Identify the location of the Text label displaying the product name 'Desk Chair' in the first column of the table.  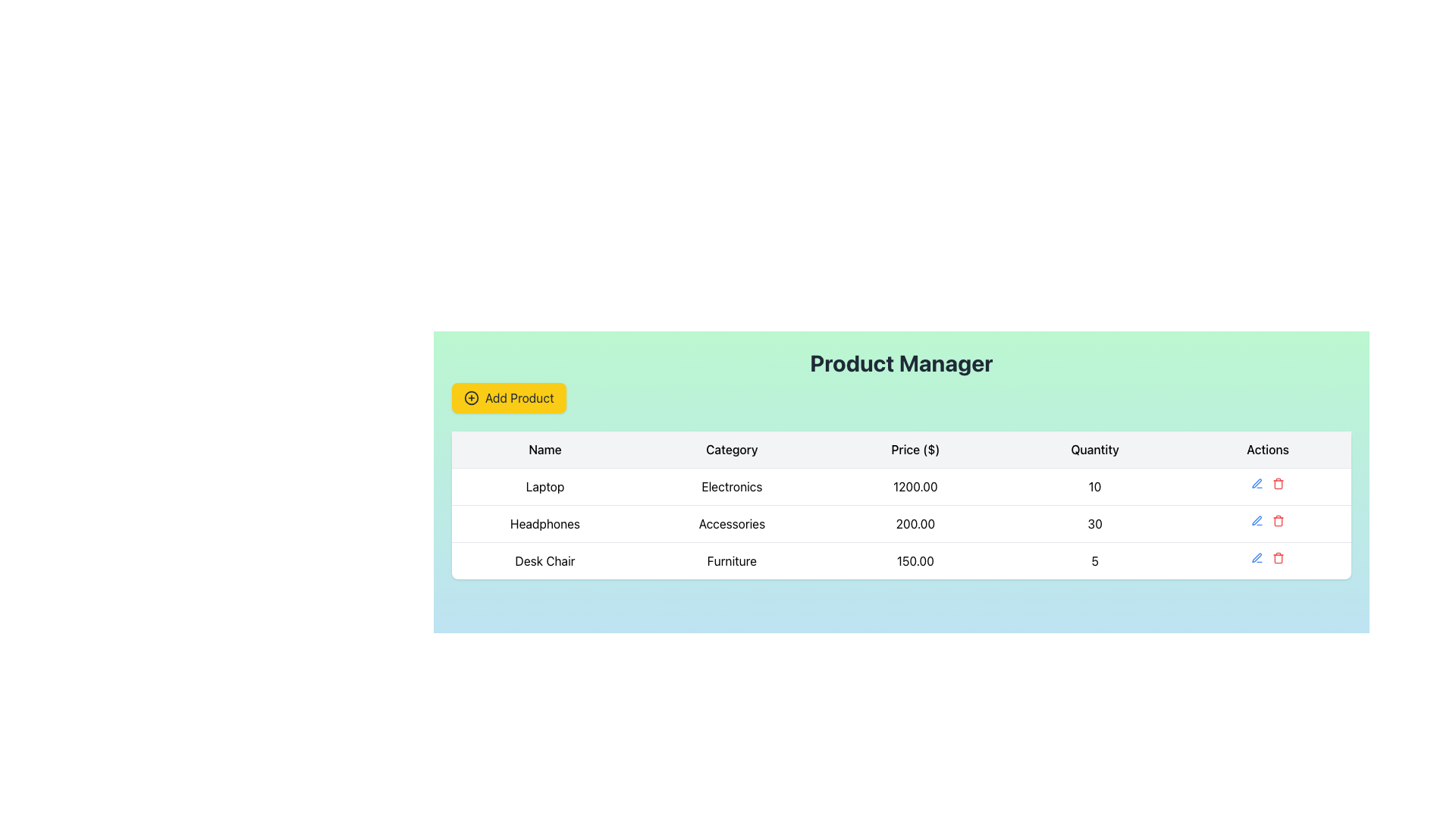
(545, 560).